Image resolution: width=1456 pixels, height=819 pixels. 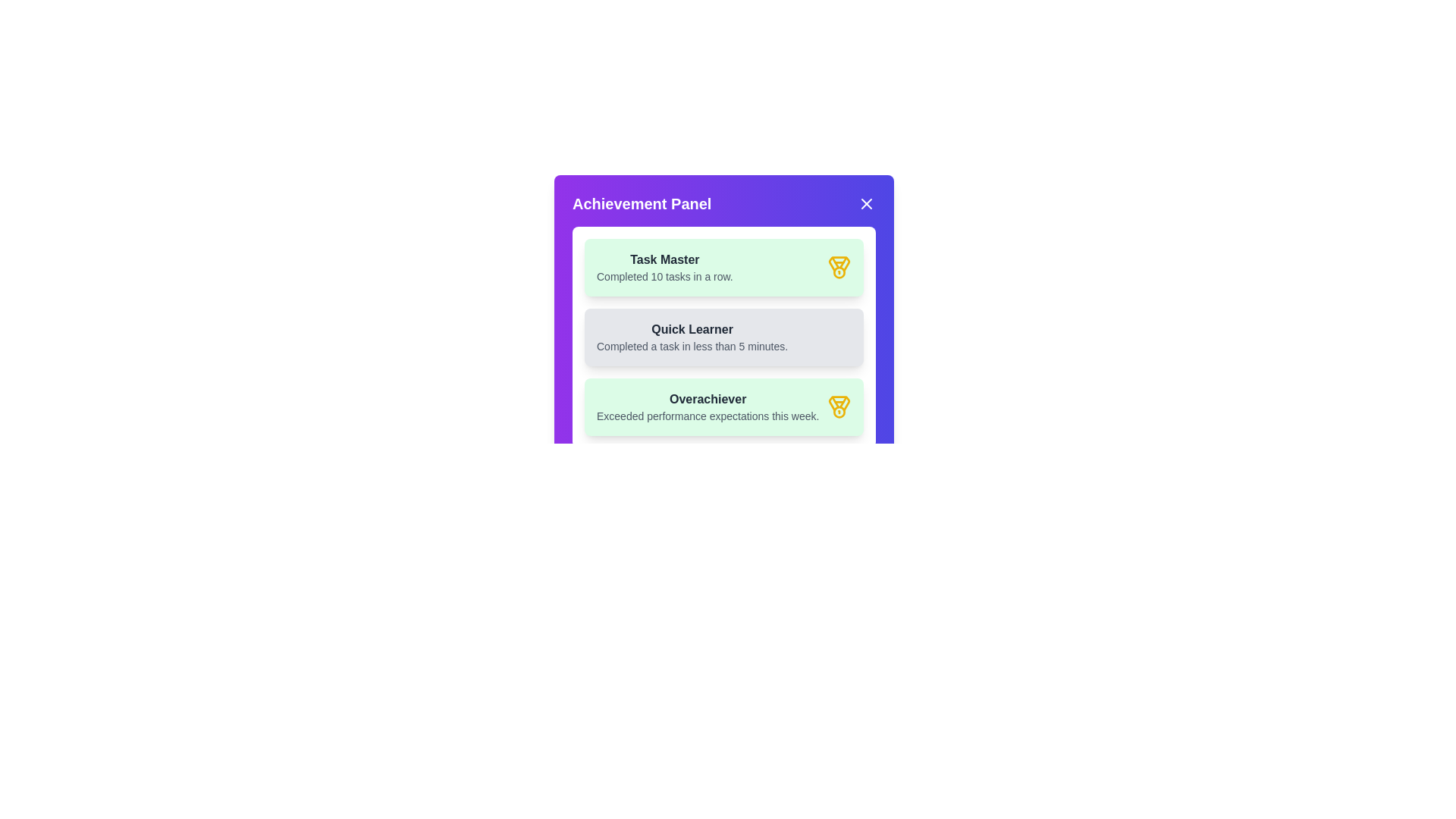 What do you see at coordinates (723, 336) in the screenshot?
I see `the Achievement display card titled 'Quick Learner' located in the second panel of the purple-framed 'Achievement Panel'` at bounding box center [723, 336].